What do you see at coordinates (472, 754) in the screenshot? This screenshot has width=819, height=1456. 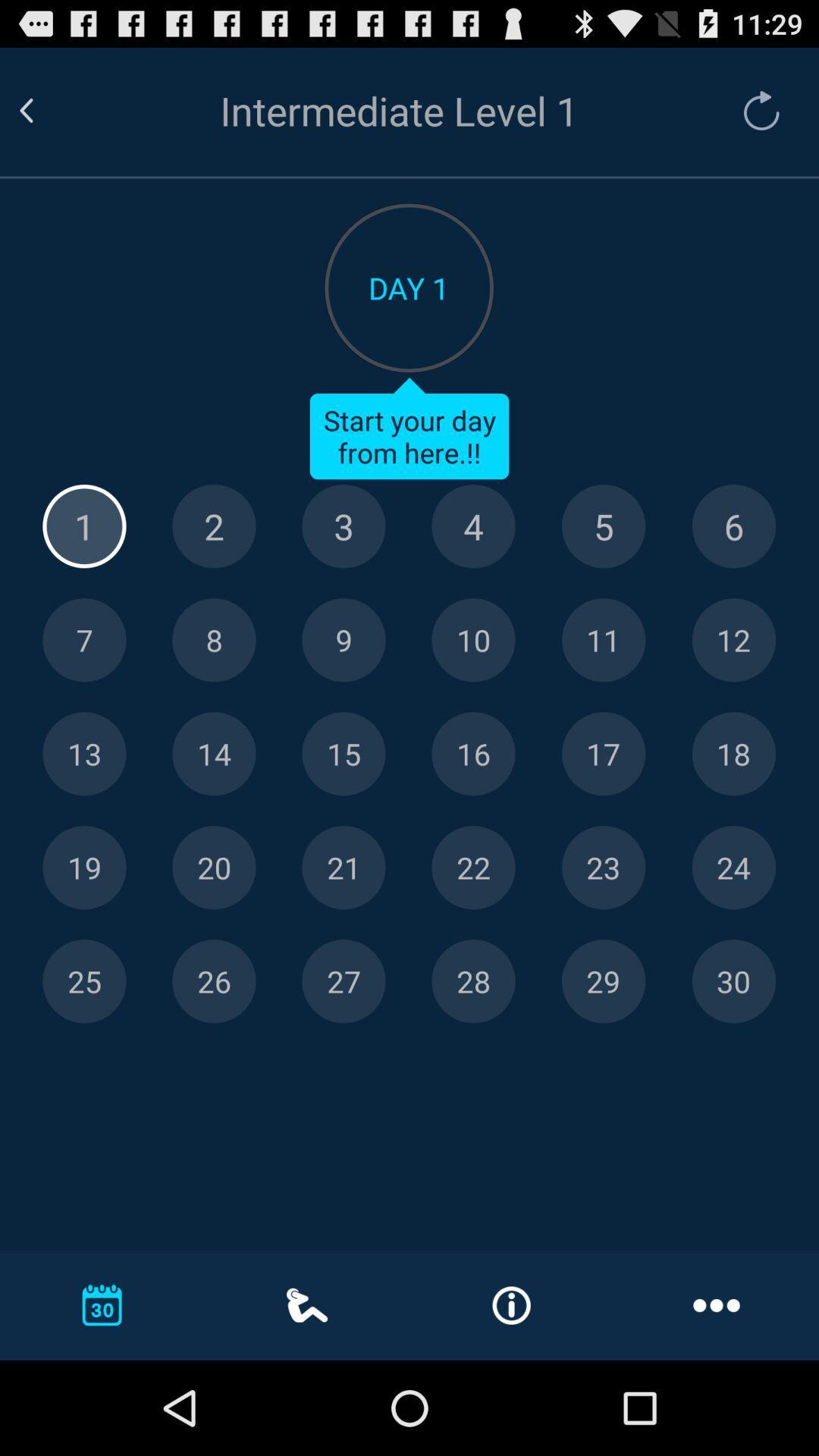 I see `the number` at bounding box center [472, 754].